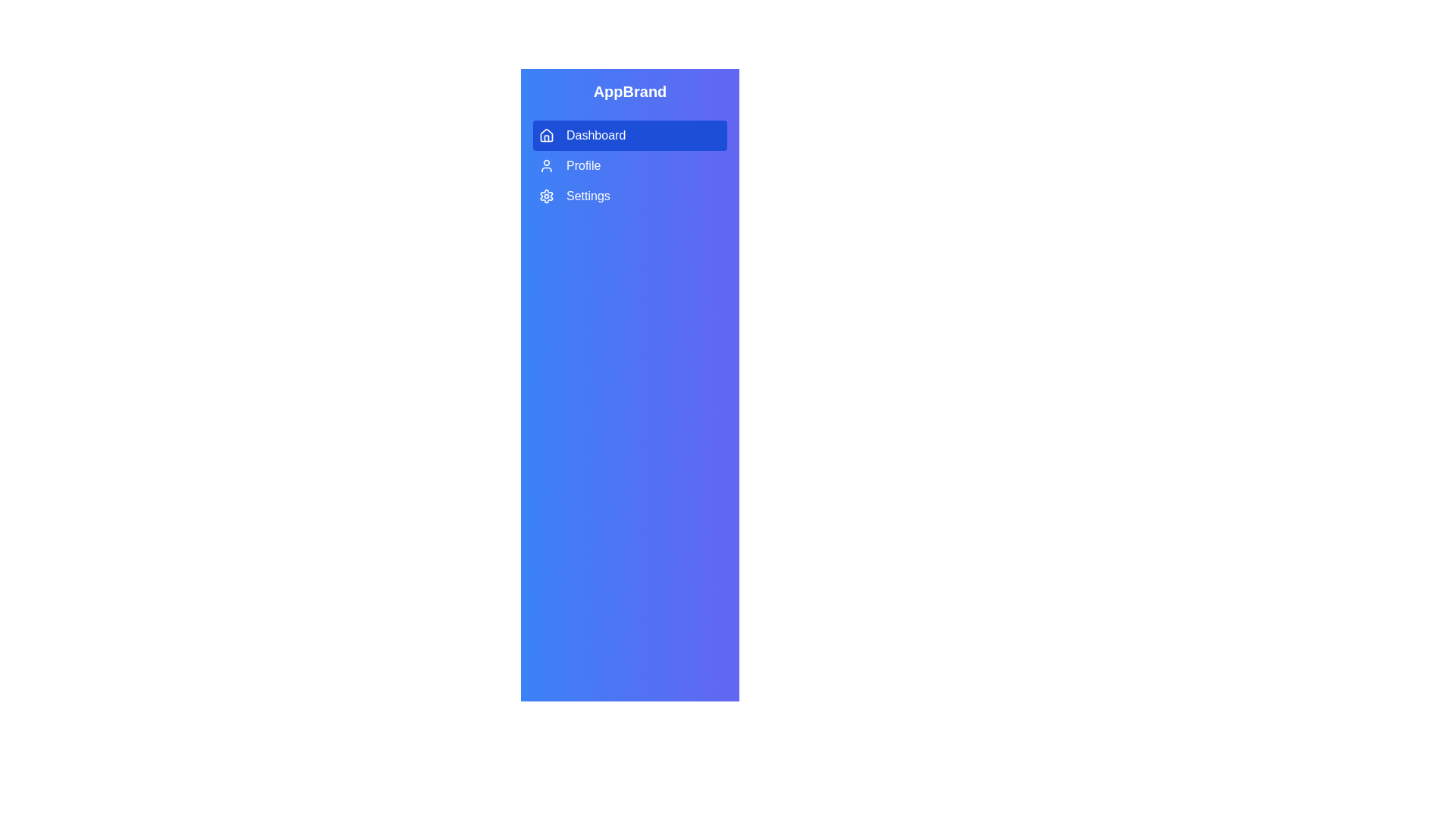  Describe the element at coordinates (595, 134) in the screenshot. I see `the 'Dashboard' text label within the active navigation menu button, which is displayed in a white font on a blue rounded rectangular button` at that location.